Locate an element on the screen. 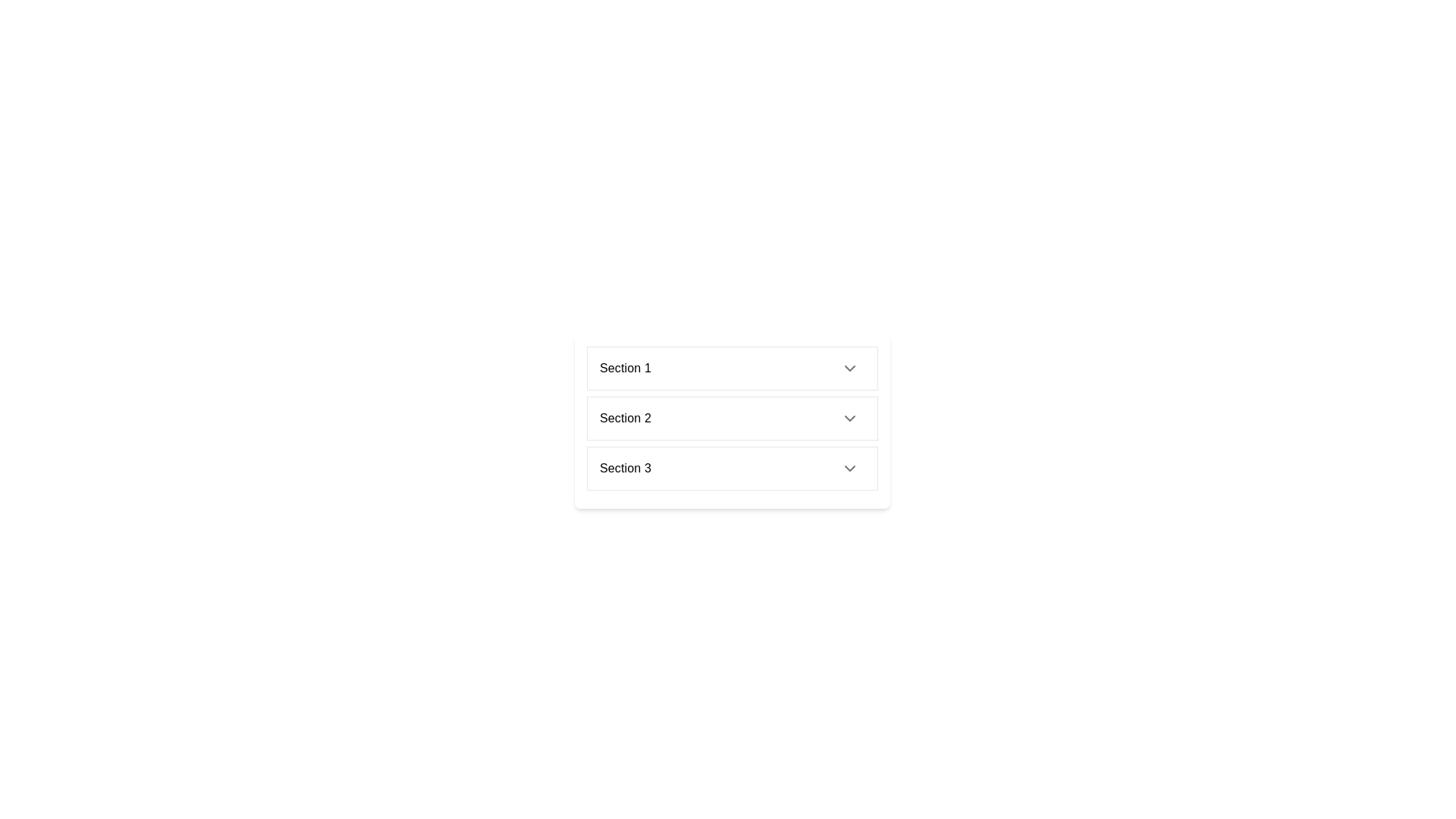 The height and width of the screenshot is (819, 1456). the Chevron Down icon/button located to the right of the 'Section 1' label is located at coordinates (850, 369).